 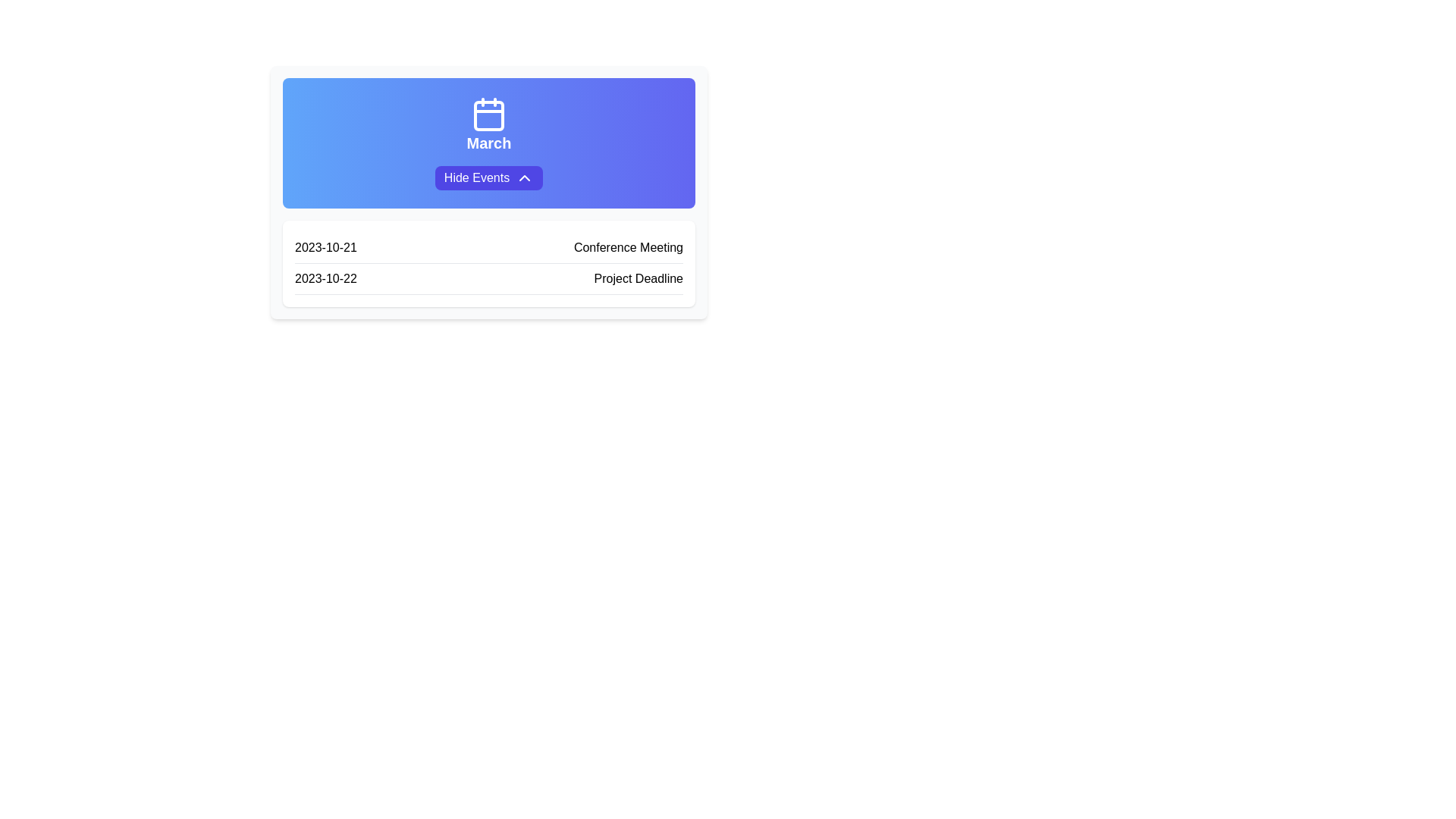 What do you see at coordinates (628, 247) in the screenshot?
I see `the Text Display Element that describes the event 'Conference Meeting', located to the right of '2023-10-21'` at bounding box center [628, 247].